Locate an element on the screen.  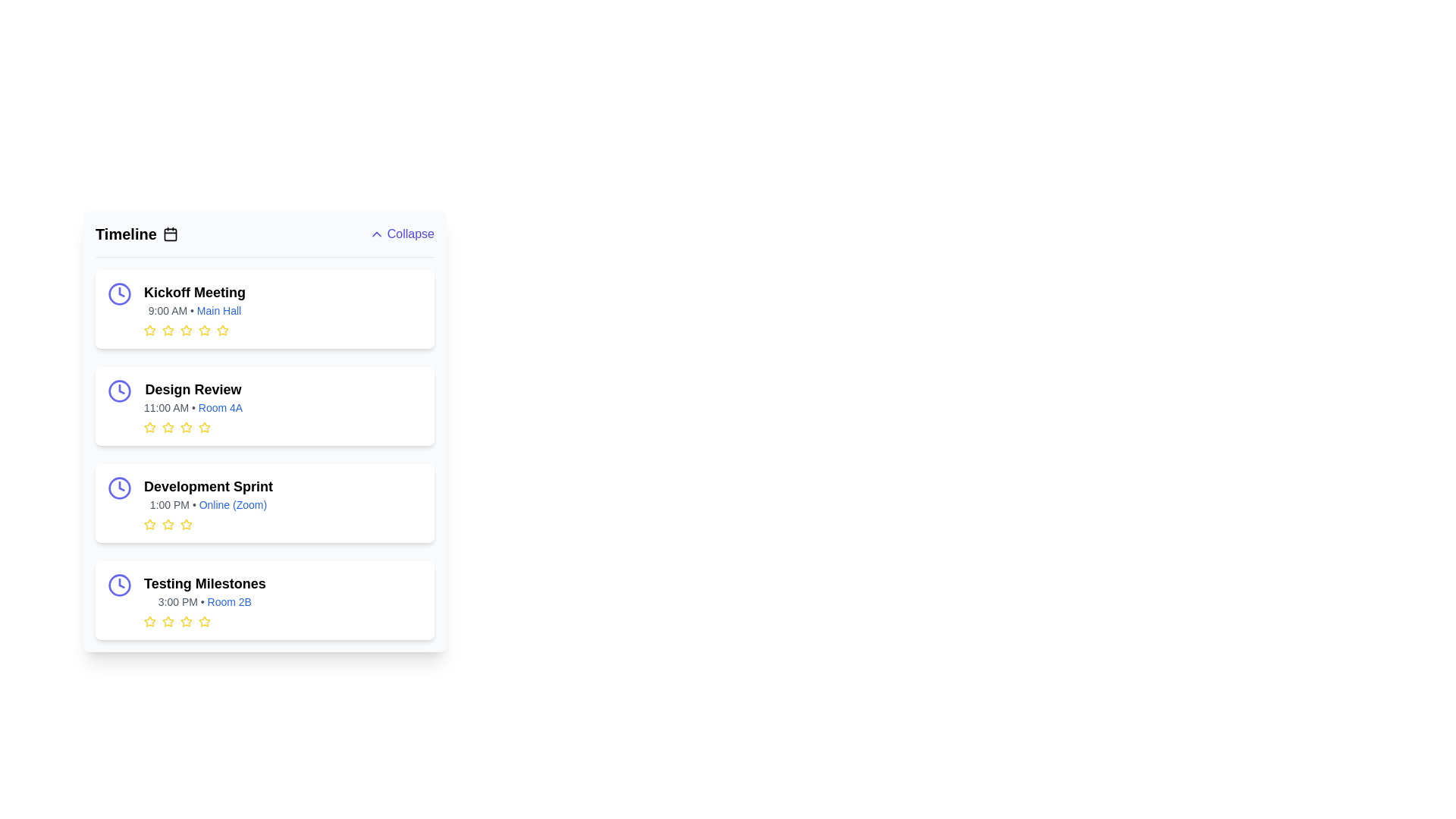
the event details card for 'Kickoff Meeting' at 9:00 AM located in the Main Hall is located at coordinates (265, 309).